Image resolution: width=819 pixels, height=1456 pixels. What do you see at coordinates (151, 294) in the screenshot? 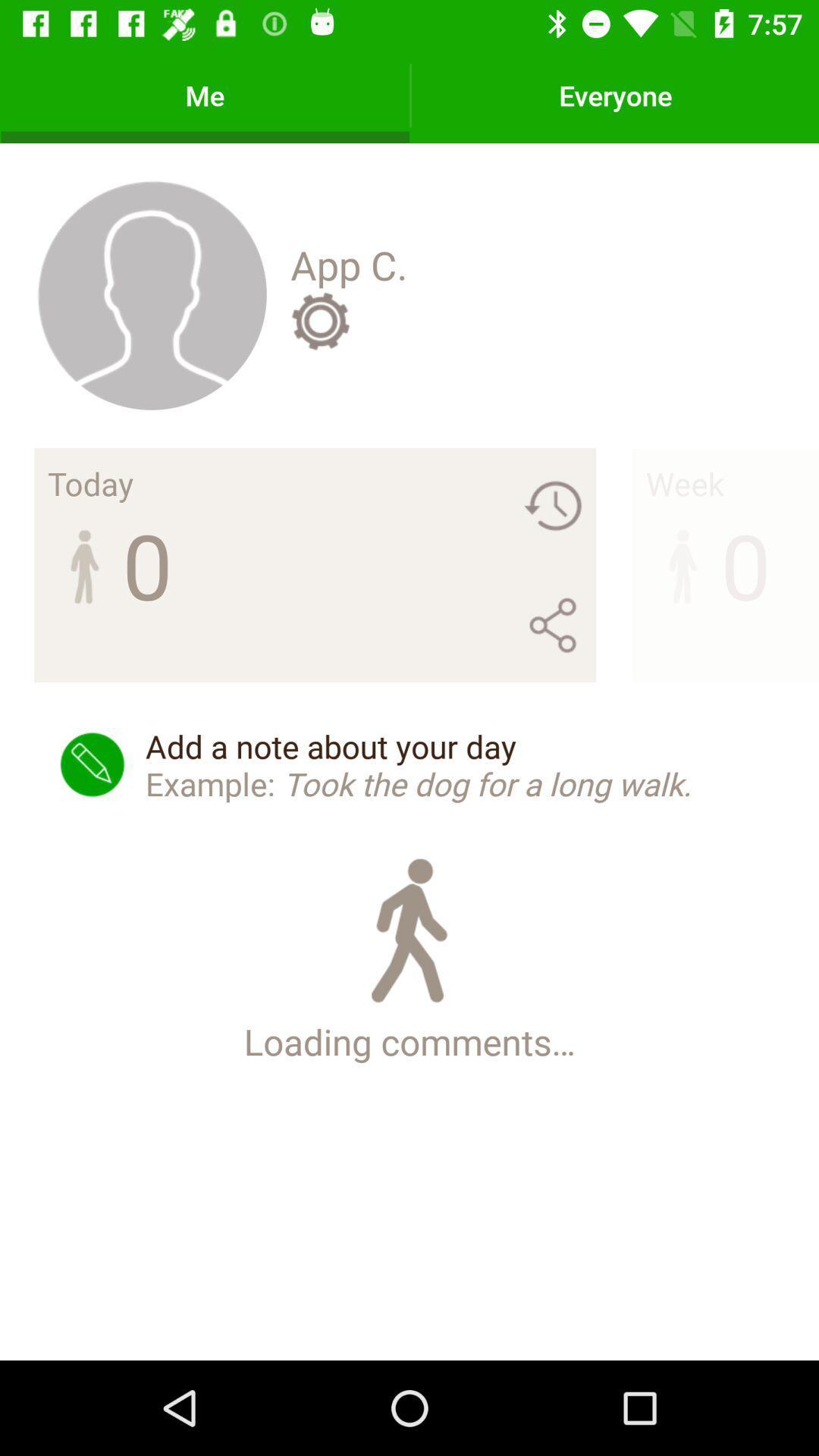
I see `the profile icon at top of the page` at bounding box center [151, 294].